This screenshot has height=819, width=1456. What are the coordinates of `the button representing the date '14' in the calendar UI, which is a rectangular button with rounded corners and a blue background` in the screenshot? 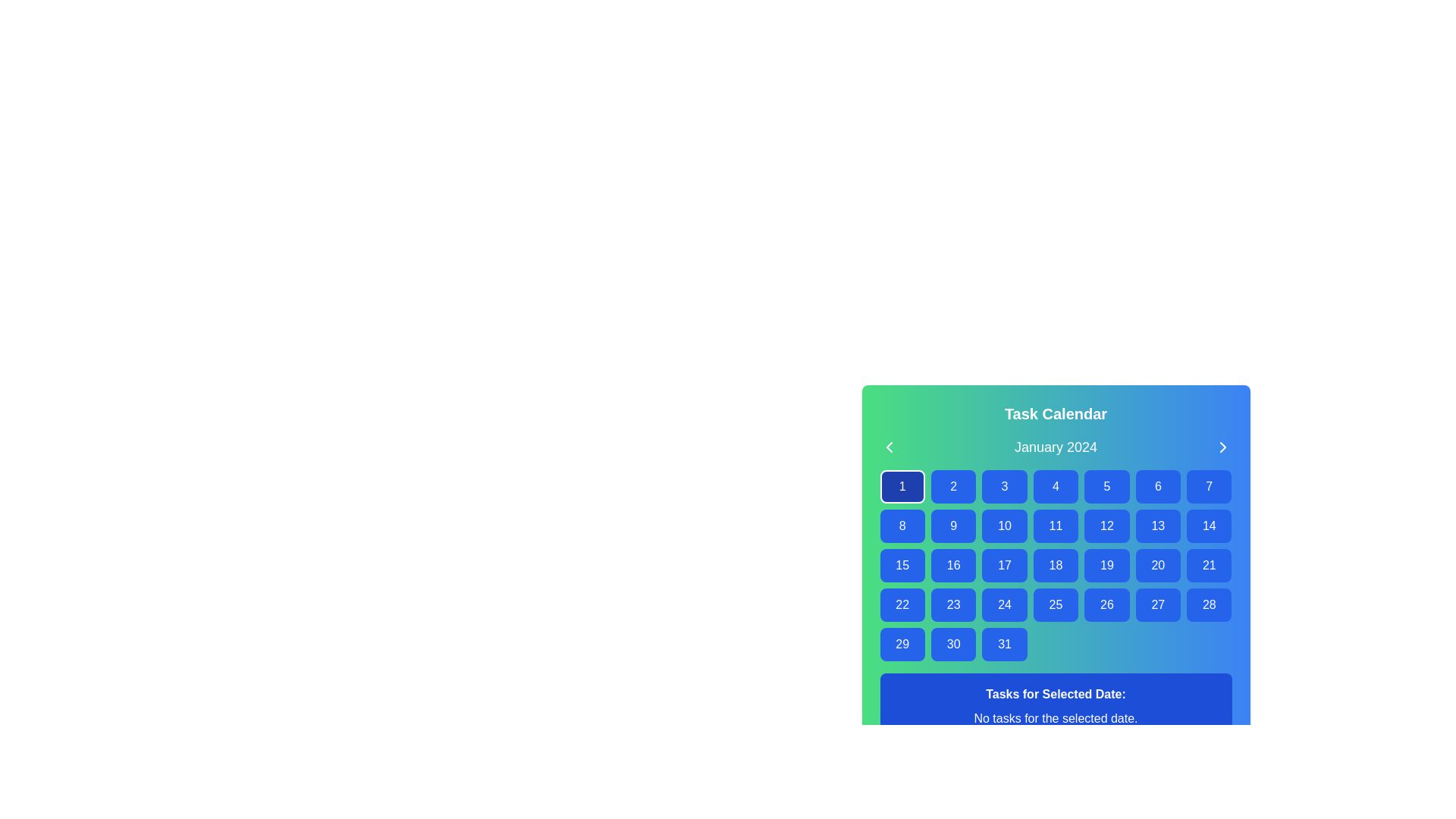 It's located at (1208, 526).